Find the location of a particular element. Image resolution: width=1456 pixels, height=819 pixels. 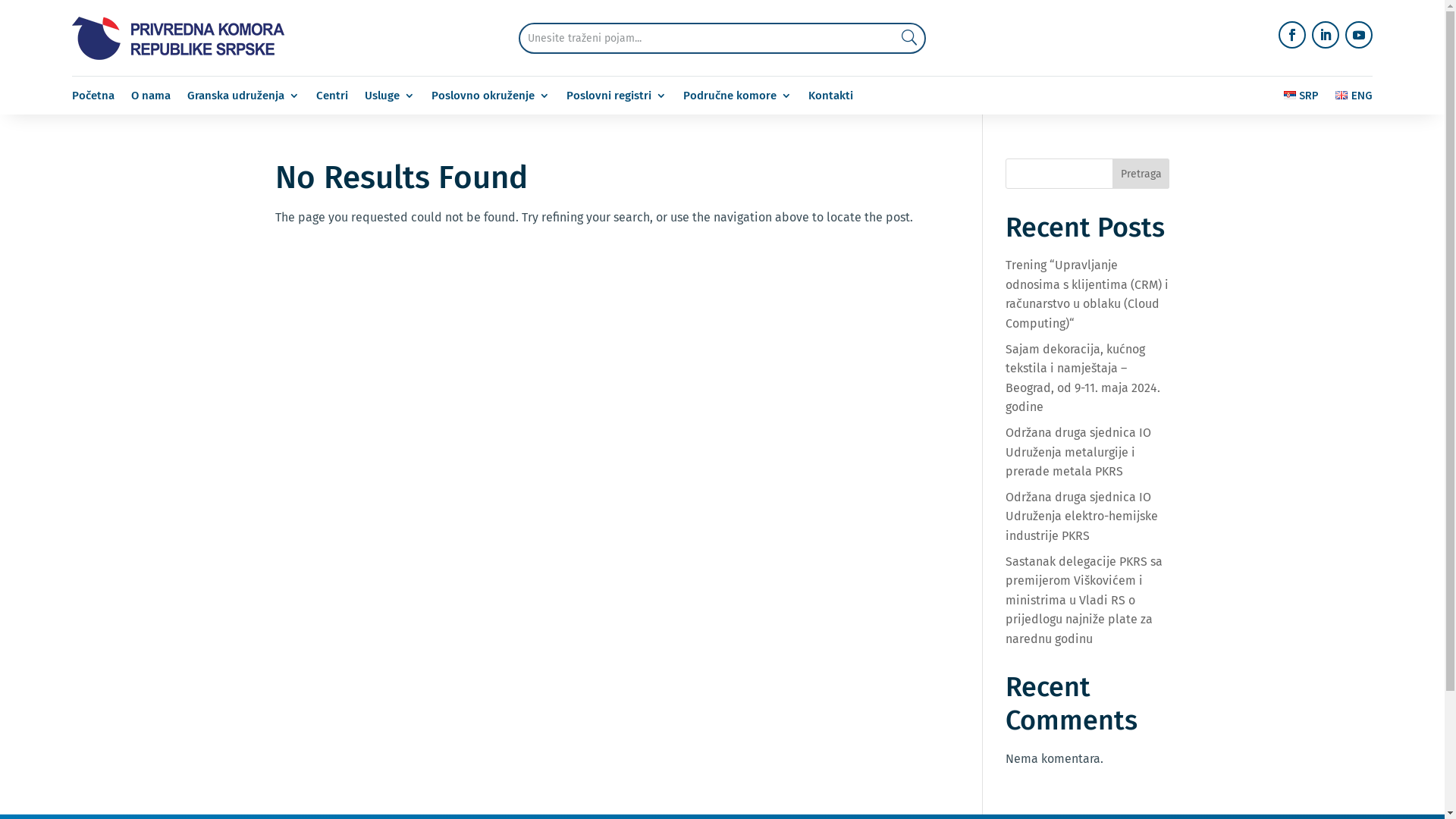

'Usluge' is located at coordinates (389, 99).